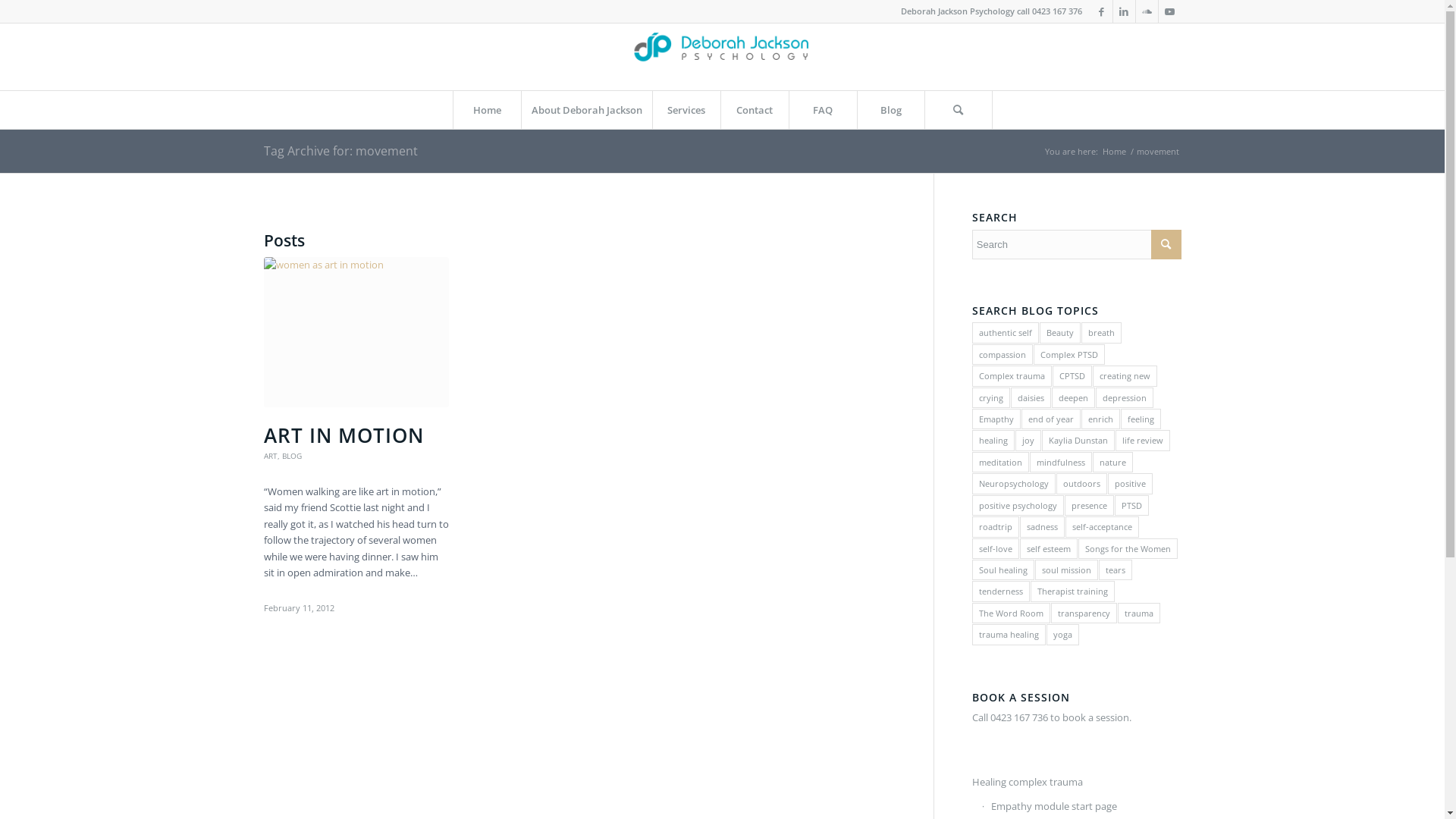 This screenshot has width=1456, height=819. I want to click on 'breath', so click(1101, 331).